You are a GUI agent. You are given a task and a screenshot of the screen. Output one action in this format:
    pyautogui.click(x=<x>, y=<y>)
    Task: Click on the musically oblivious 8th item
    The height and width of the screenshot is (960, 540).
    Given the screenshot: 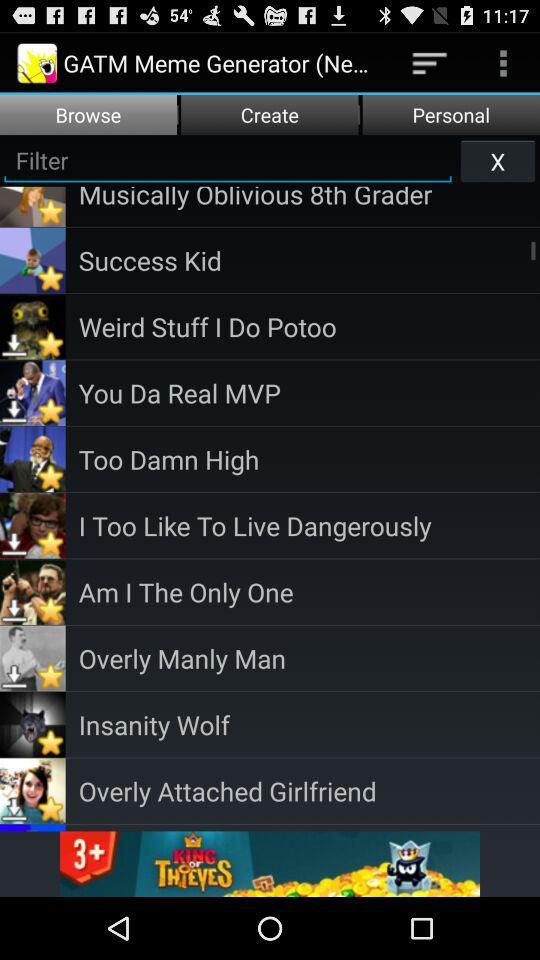 What is the action you would take?
    pyautogui.click(x=309, y=198)
    